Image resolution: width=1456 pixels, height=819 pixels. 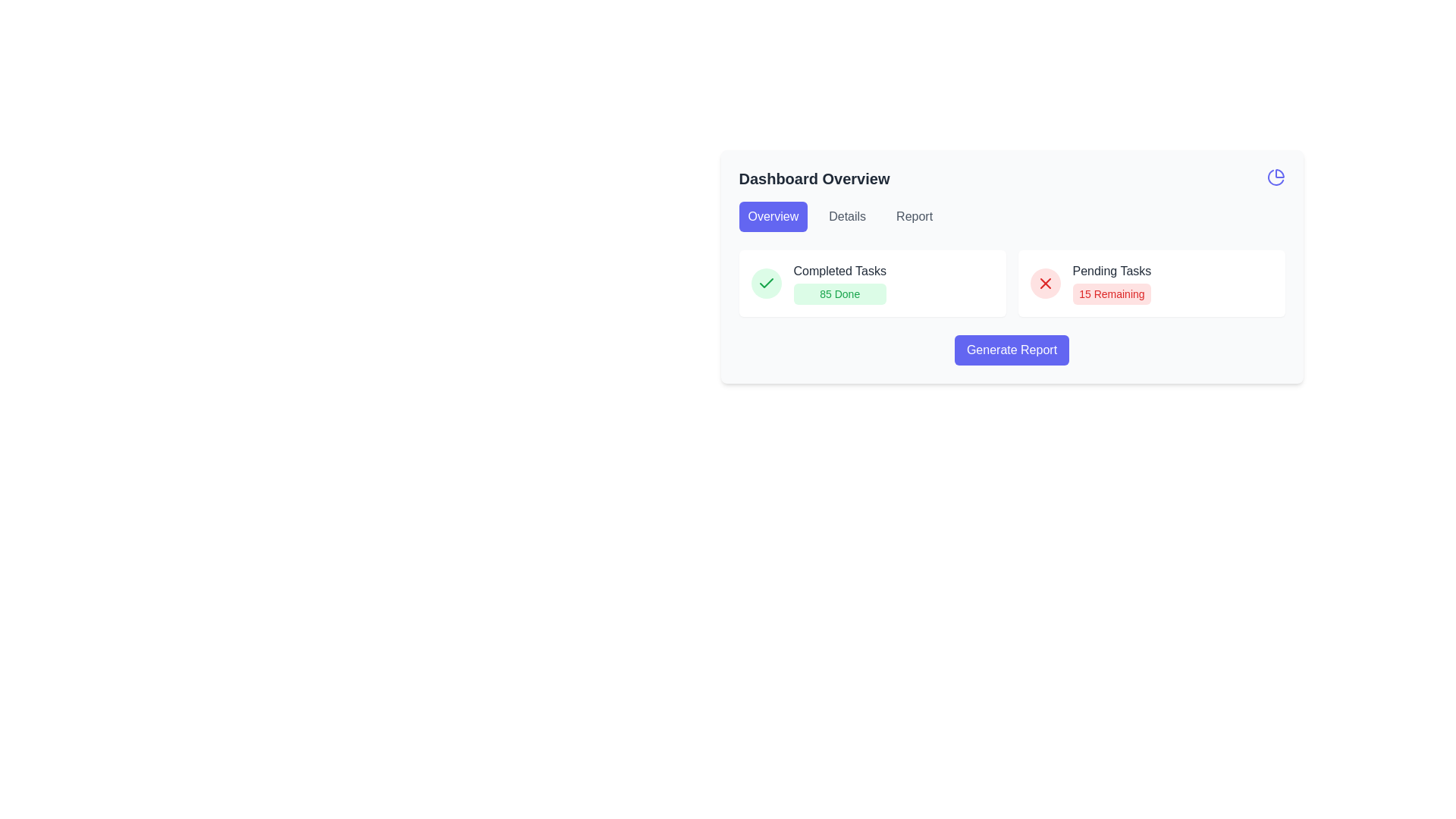 I want to click on the error icon located in the top-right corner of the 'Pending Tasks' card, next to the text '15 Remaining', so click(x=1044, y=284).